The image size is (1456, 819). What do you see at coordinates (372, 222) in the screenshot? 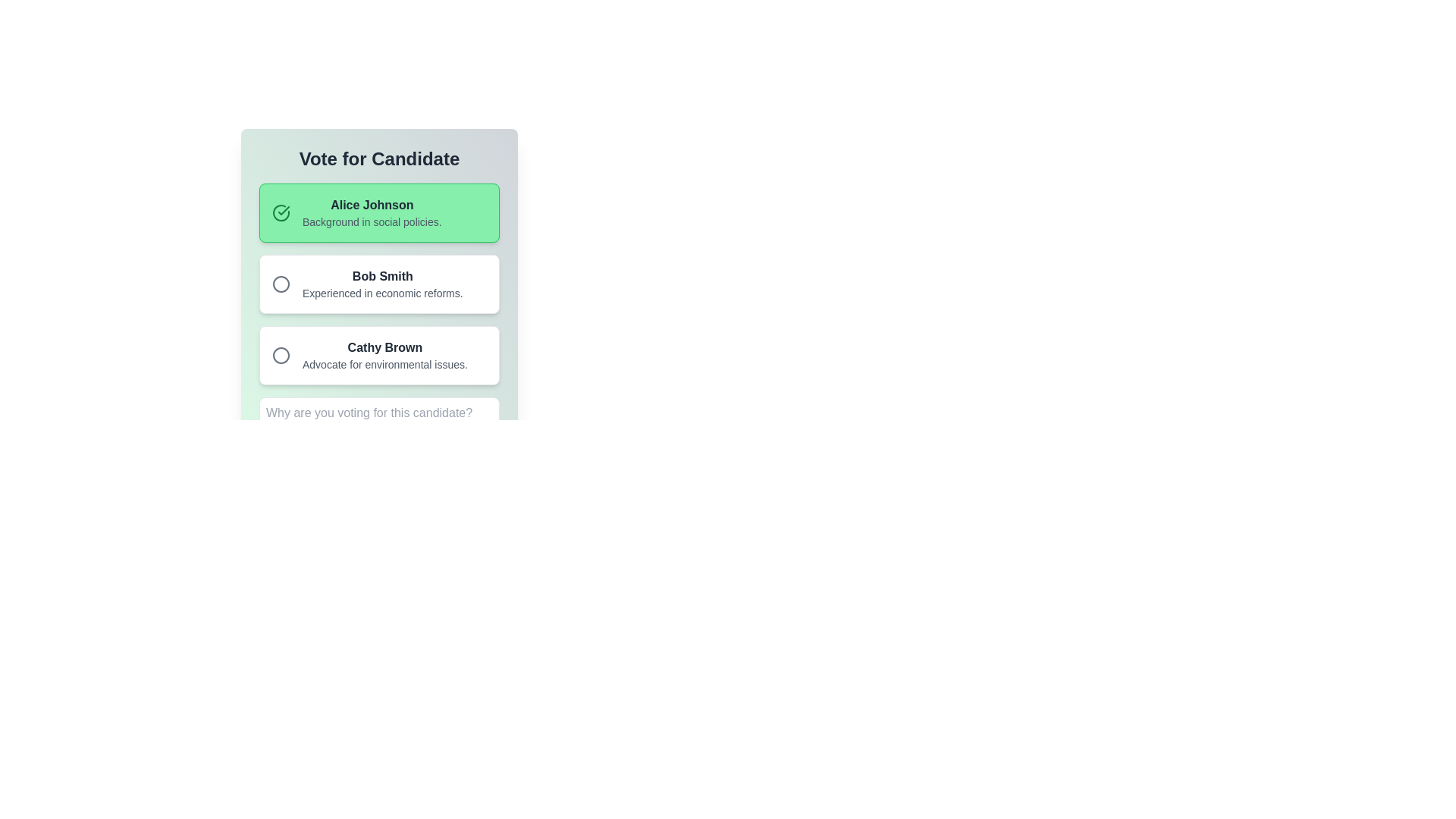
I see `the text label displaying 'Background in social policies.' which is located directly below 'Alice Johnson' in the highlighted selection box` at bounding box center [372, 222].